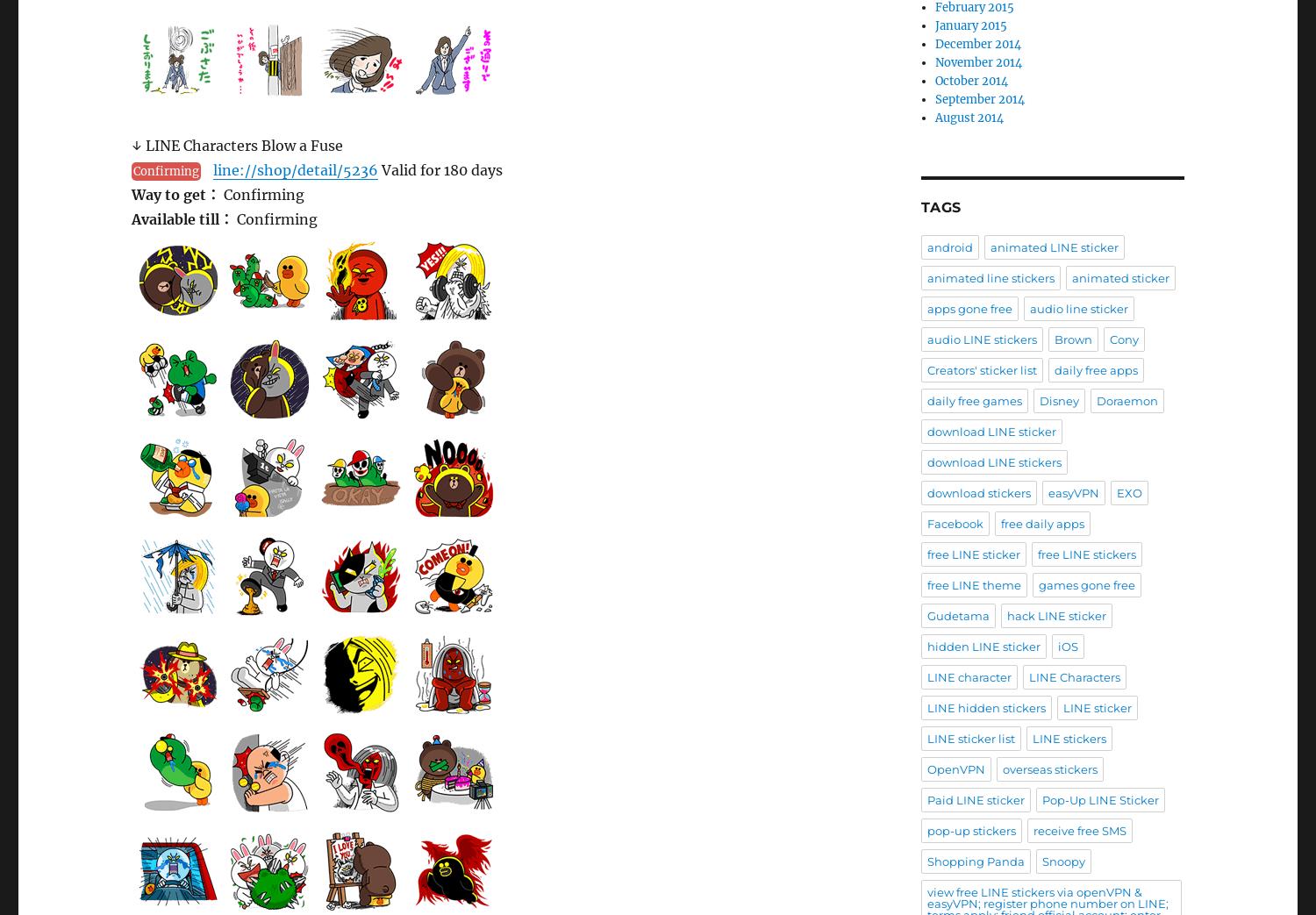 Image resolution: width=1316 pixels, height=915 pixels. What do you see at coordinates (970, 829) in the screenshot?
I see `'pop-up stickers'` at bounding box center [970, 829].